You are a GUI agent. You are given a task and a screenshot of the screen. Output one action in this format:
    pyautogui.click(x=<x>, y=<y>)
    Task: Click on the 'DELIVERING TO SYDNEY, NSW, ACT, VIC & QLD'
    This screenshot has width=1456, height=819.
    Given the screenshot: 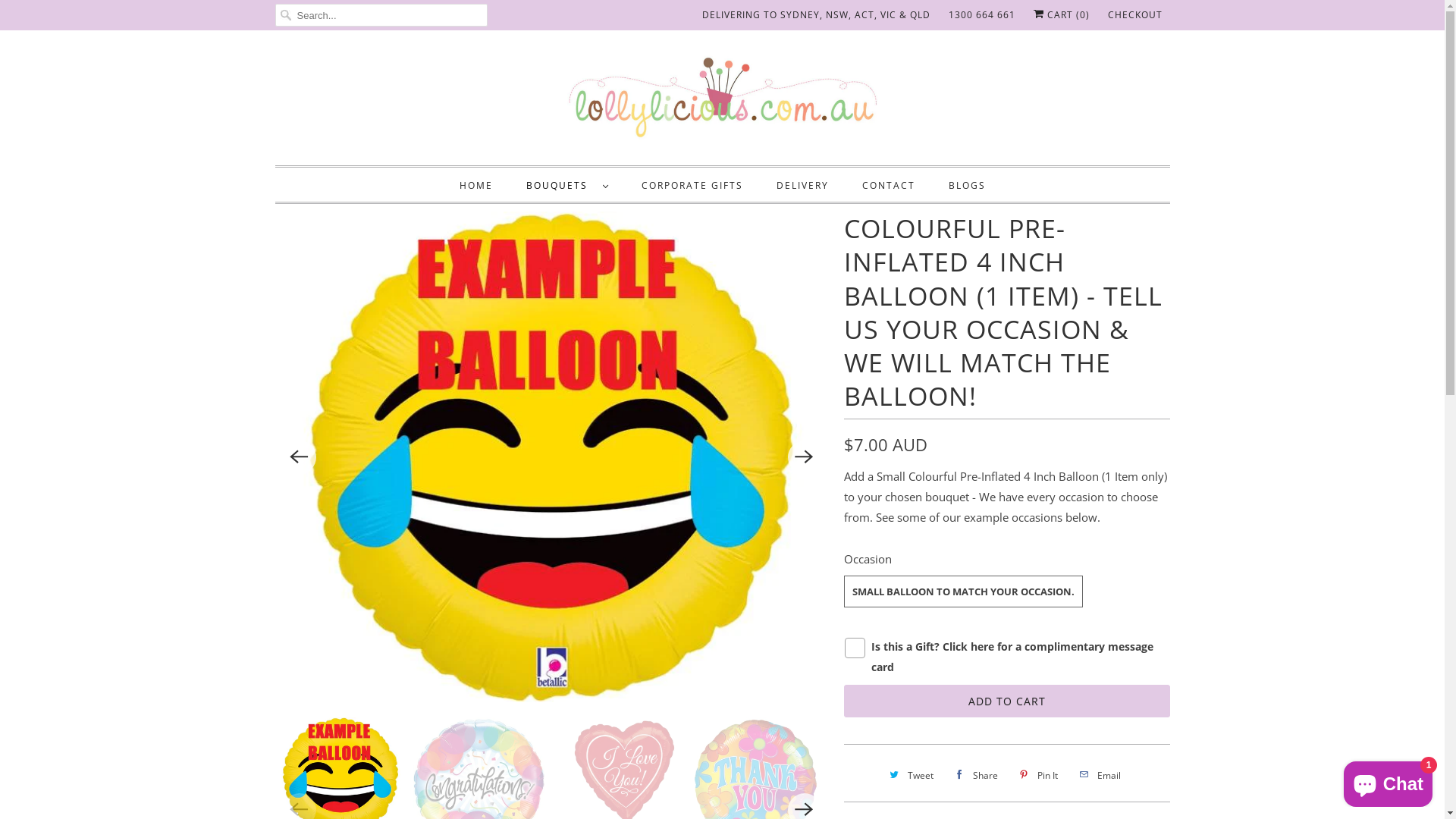 What is the action you would take?
    pyautogui.click(x=815, y=14)
    